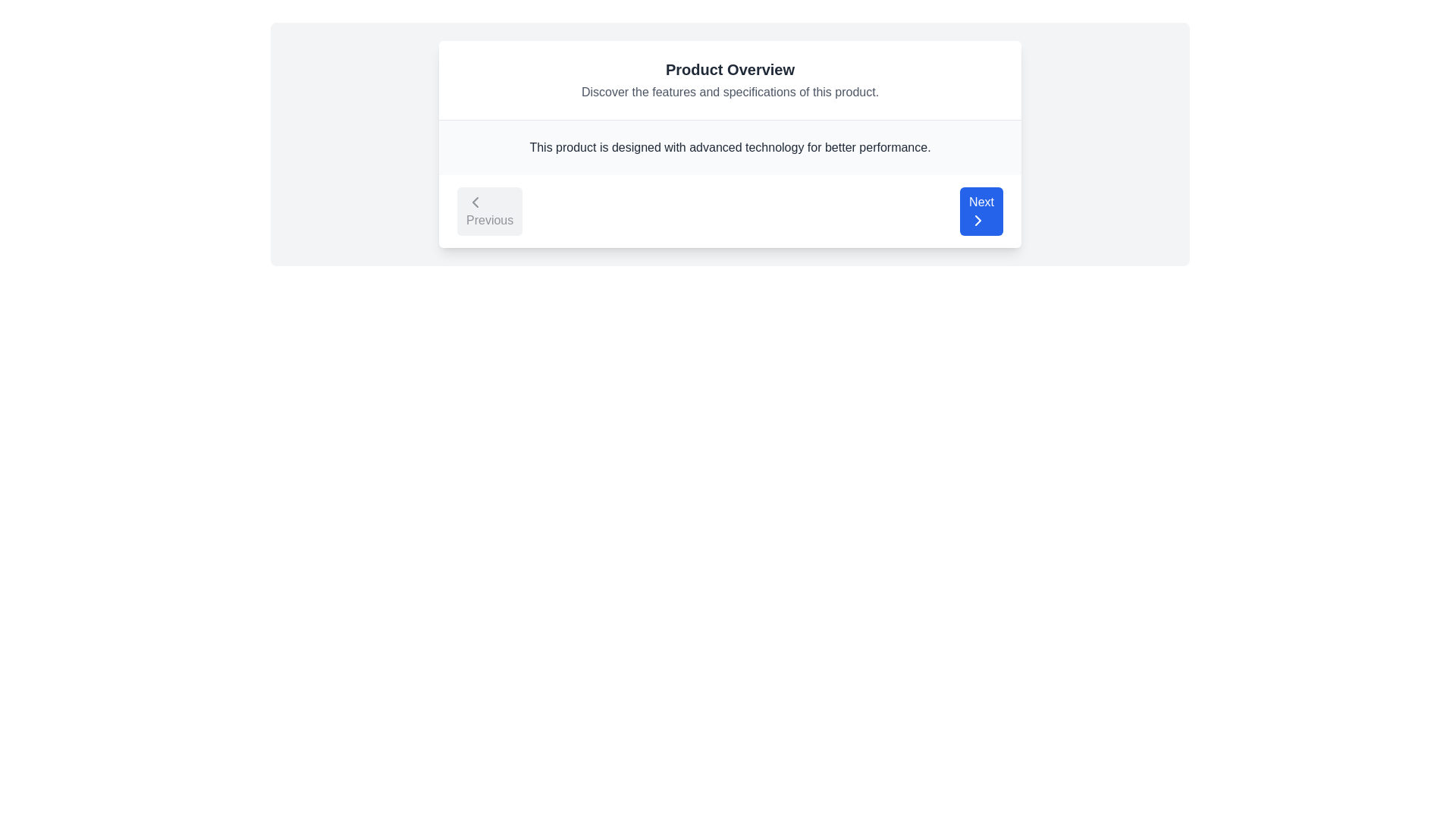 The width and height of the screenshot is (1456, 819). What do you see at coordinates (730, 93) in the screenshot?
I see `the descriptive text block located directly under the 'Product Overview' title within the content box` at bounding box center [730, 93].